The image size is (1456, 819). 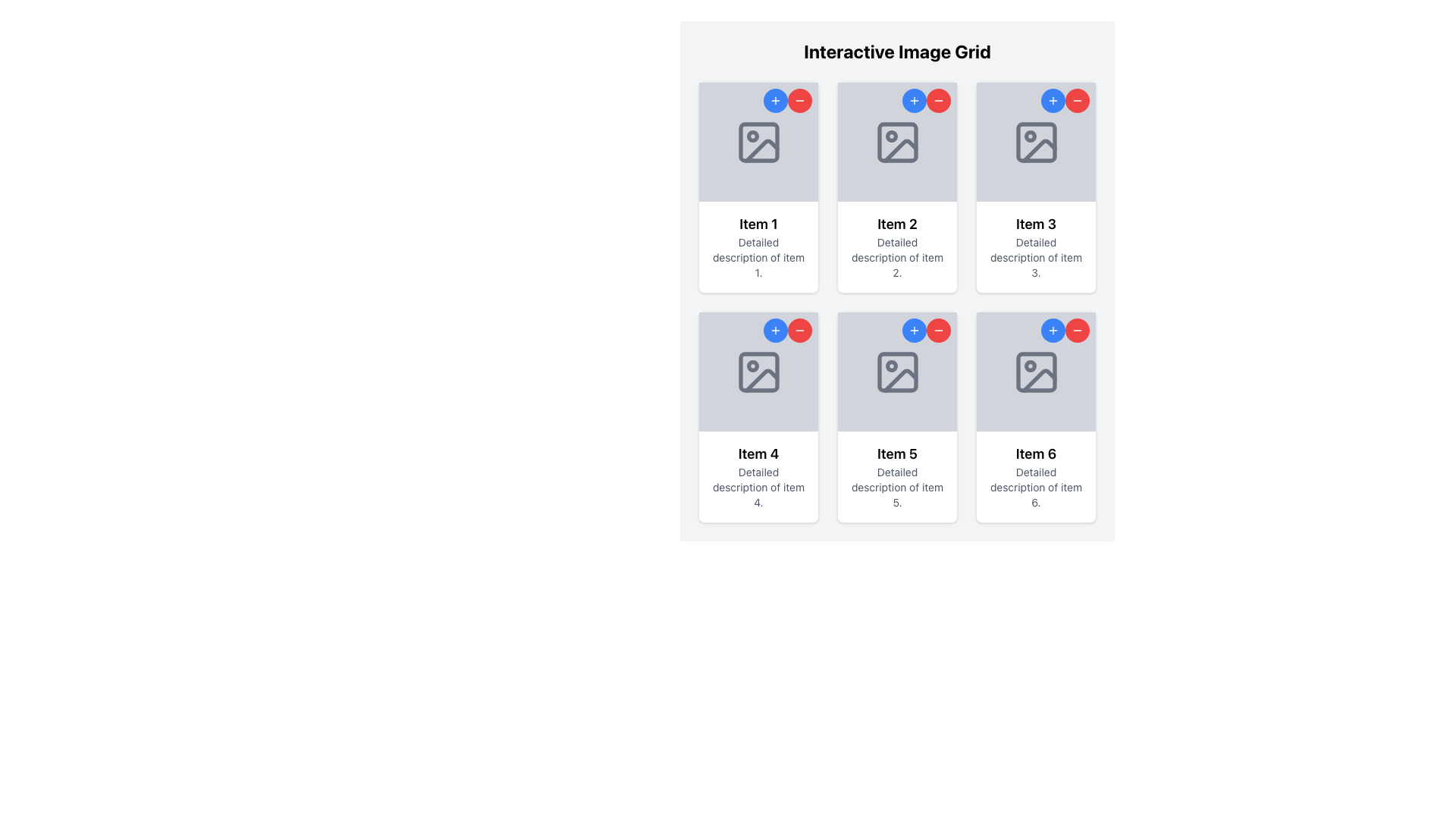 I want to click on the blue '+' button located in the upper-right corner of the 'Item 3' card, so click(x=1065, y=100).